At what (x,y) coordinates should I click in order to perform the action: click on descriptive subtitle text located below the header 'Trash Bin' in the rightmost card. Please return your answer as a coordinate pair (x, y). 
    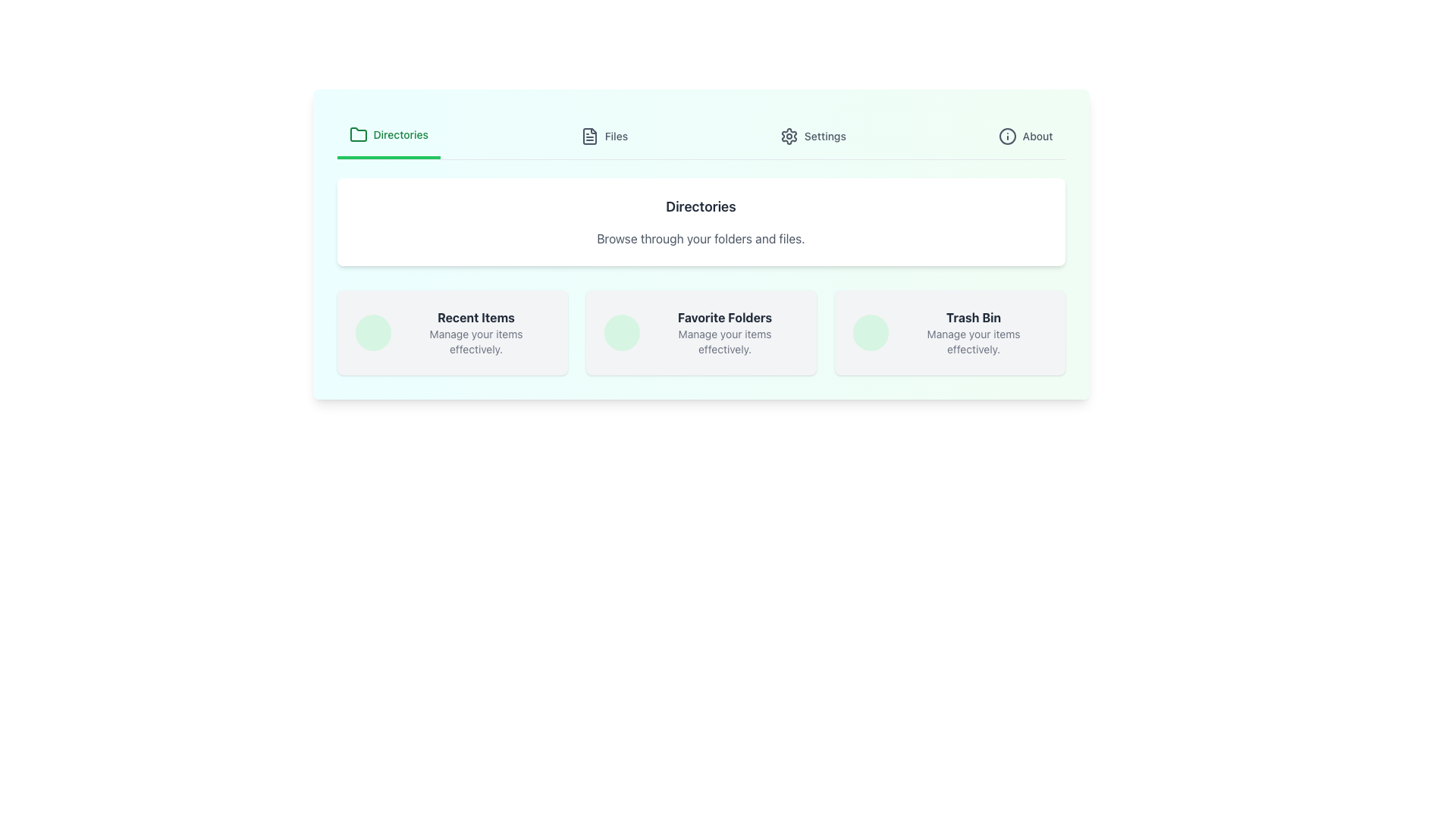
    Looking at the image, I should click on (974, 342).